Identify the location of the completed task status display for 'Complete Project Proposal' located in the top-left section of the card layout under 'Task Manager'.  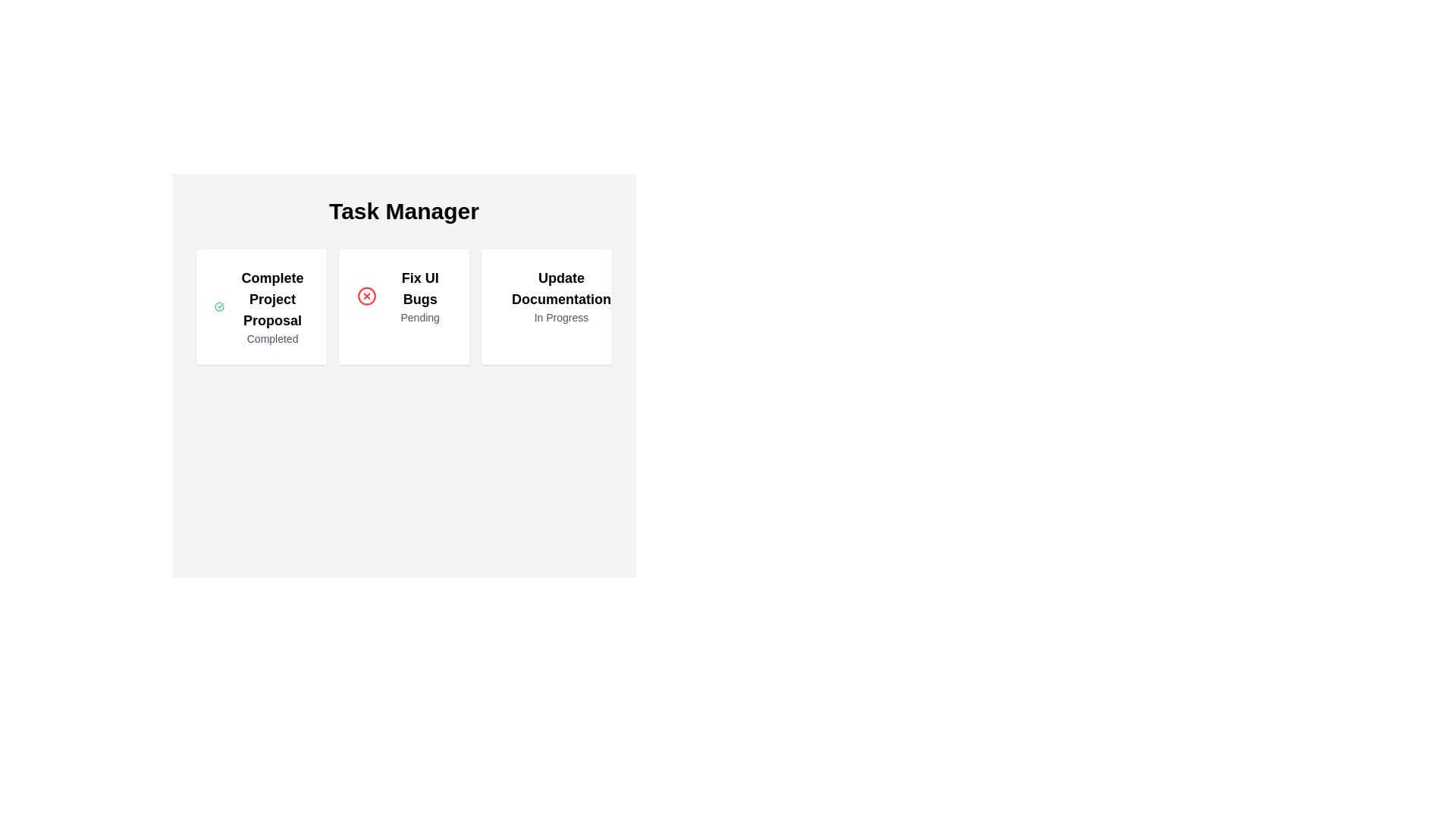
(262, 307).